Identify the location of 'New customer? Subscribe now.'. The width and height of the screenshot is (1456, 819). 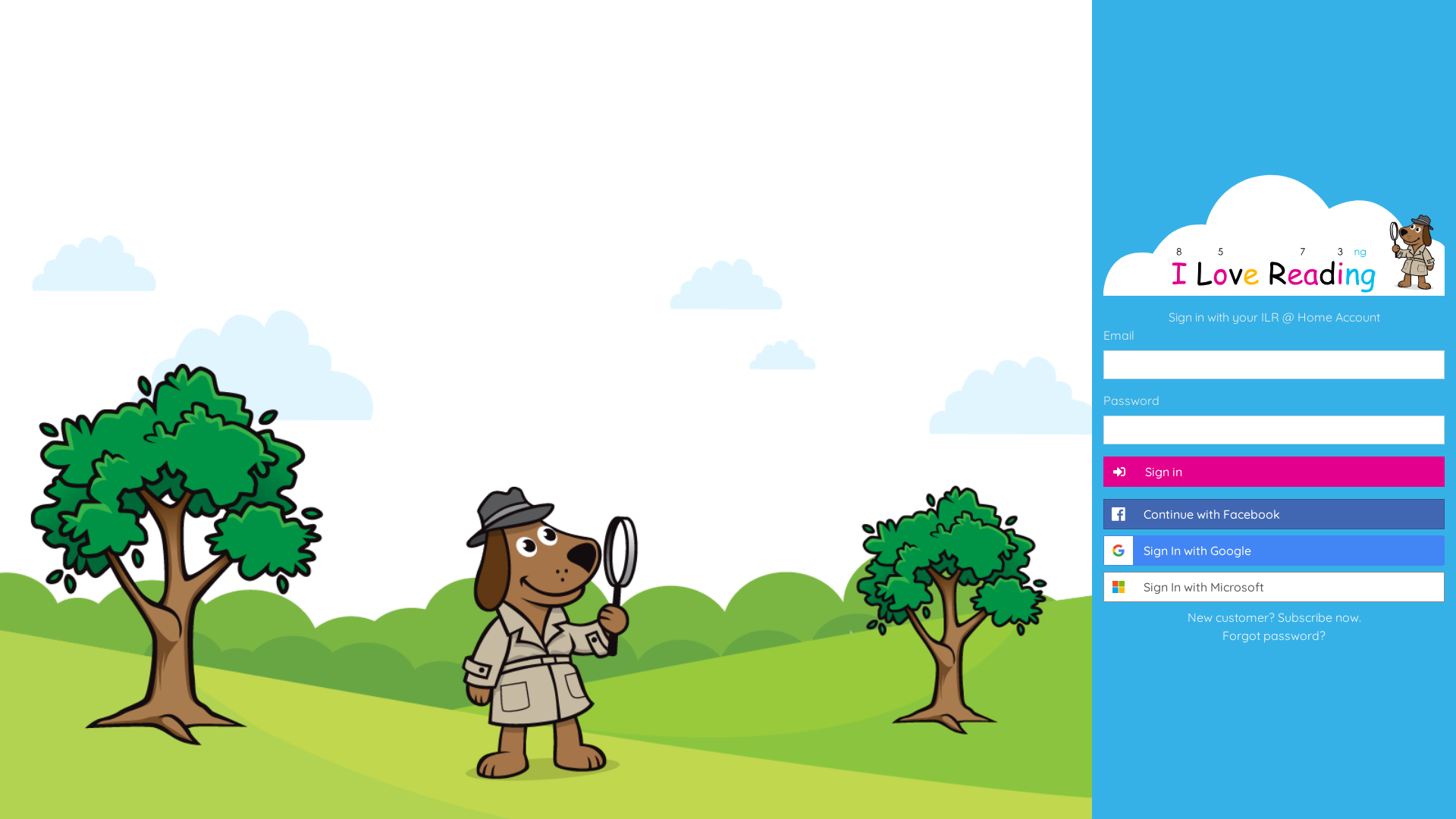
(1274, 617).